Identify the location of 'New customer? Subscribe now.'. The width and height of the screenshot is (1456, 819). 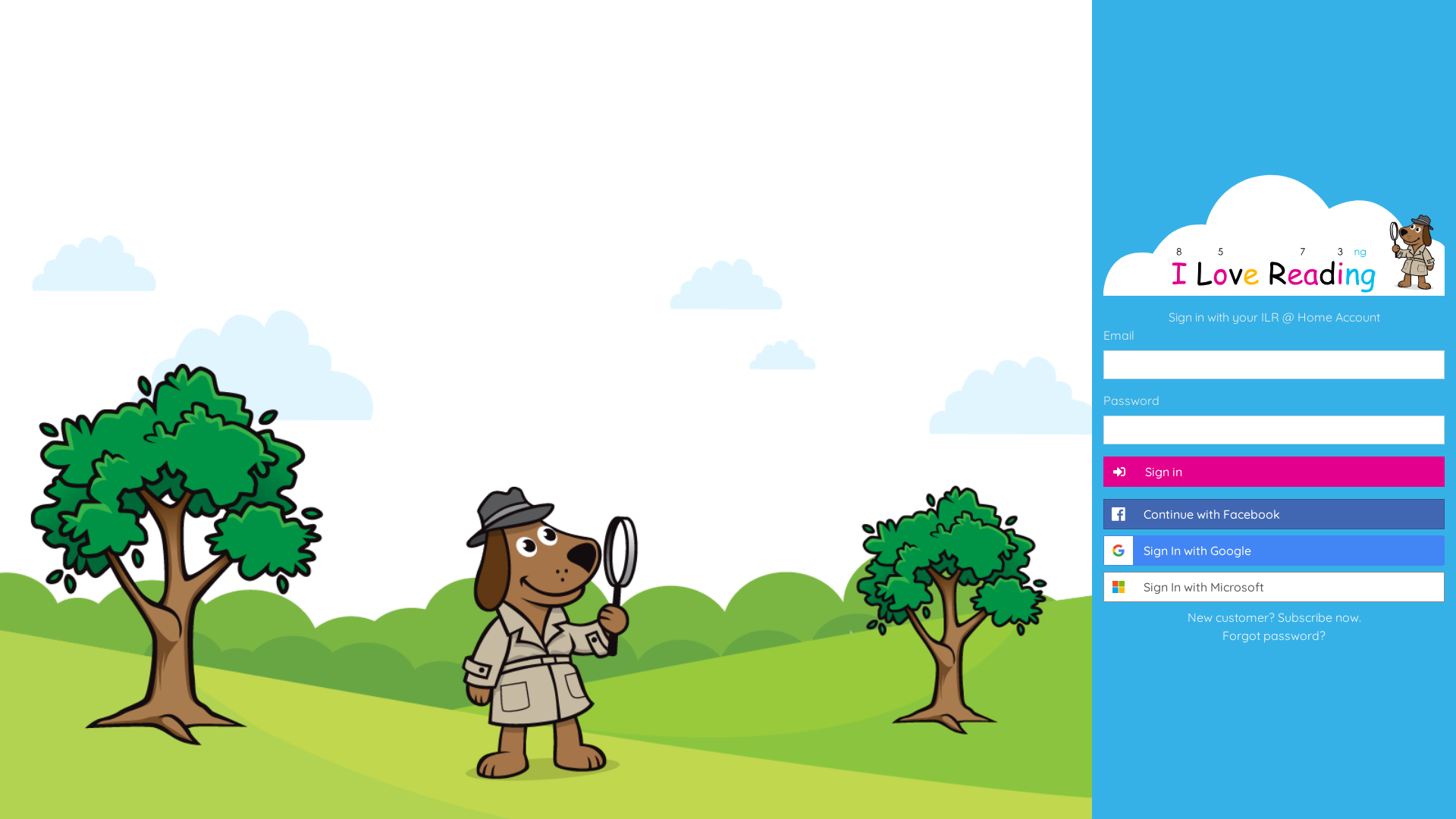
(1274, 617).